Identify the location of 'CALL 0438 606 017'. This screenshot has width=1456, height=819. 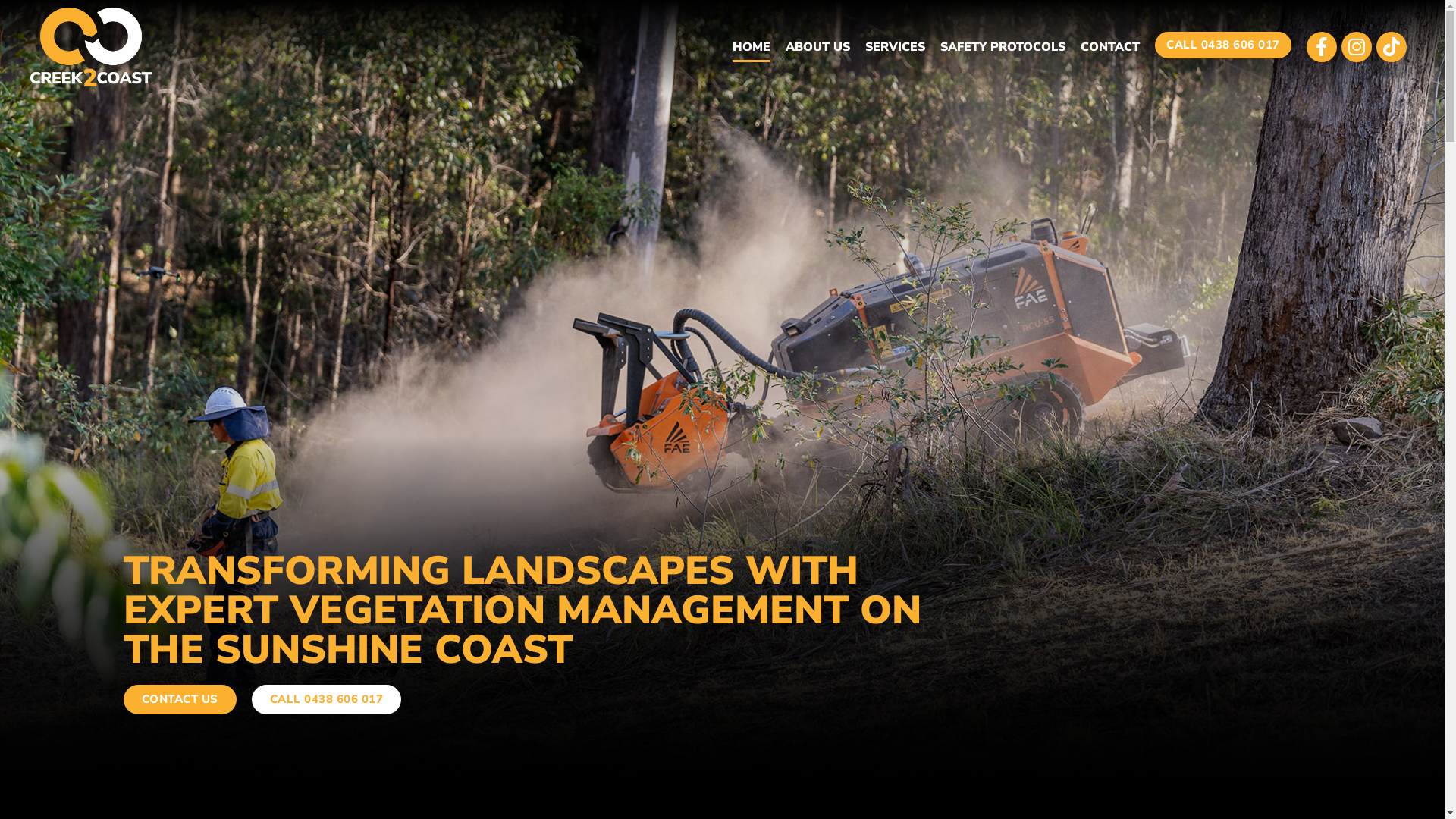
(1222, 44).